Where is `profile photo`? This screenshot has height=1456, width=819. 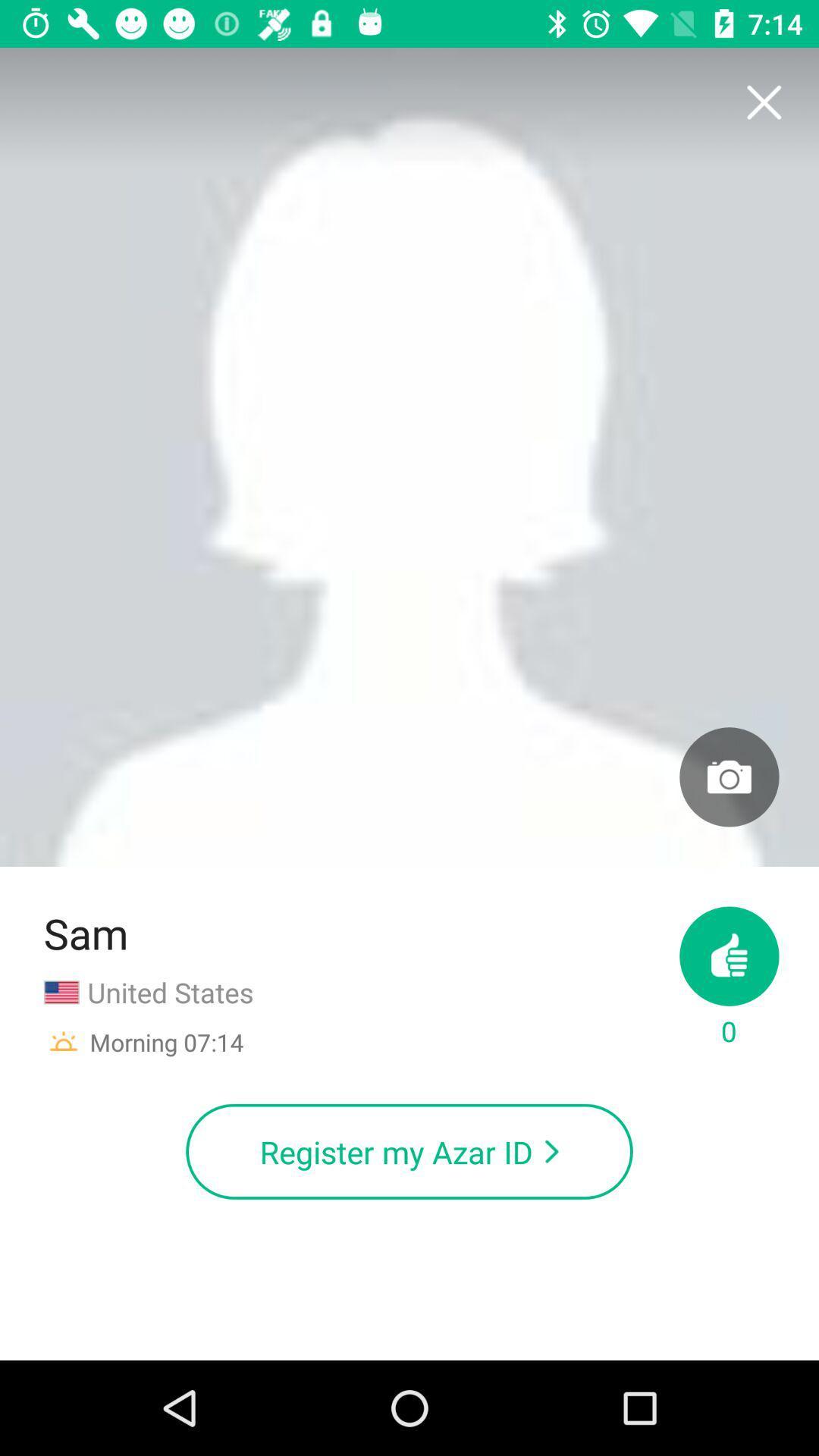
profile photo is located at coordinates (728, 777).